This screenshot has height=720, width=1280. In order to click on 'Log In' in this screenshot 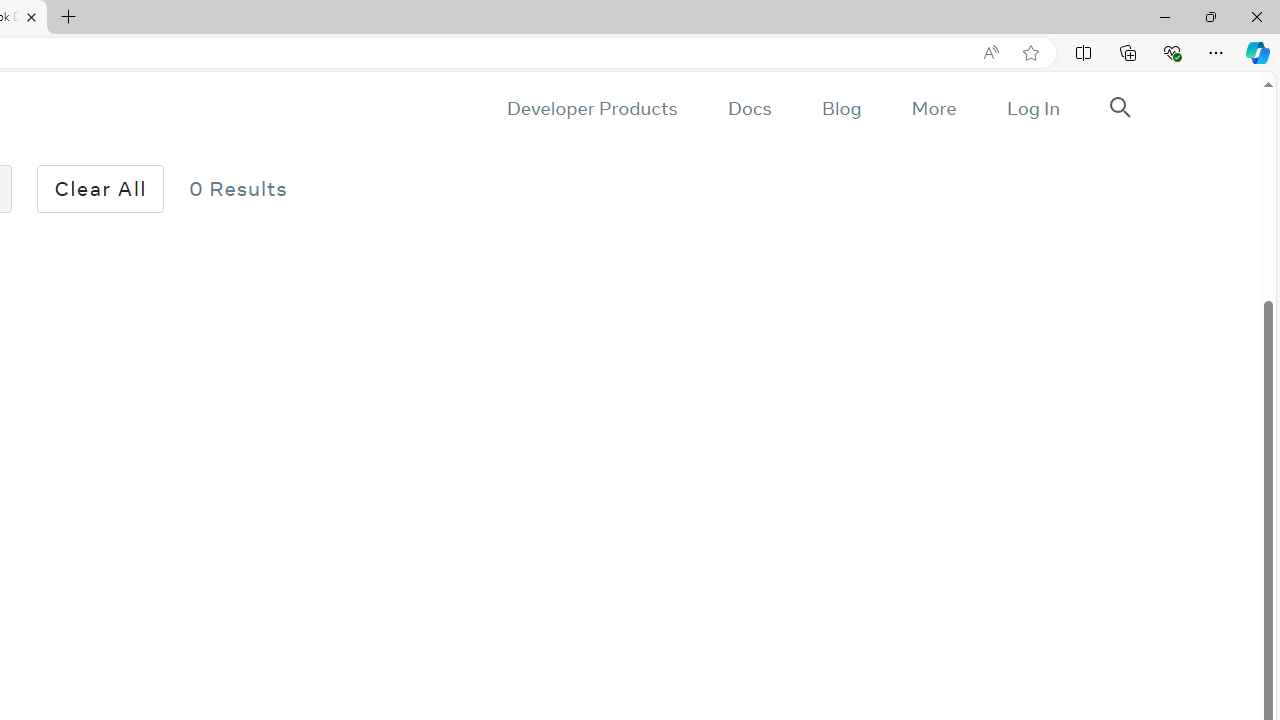, I will do `click(1032, 108)`.